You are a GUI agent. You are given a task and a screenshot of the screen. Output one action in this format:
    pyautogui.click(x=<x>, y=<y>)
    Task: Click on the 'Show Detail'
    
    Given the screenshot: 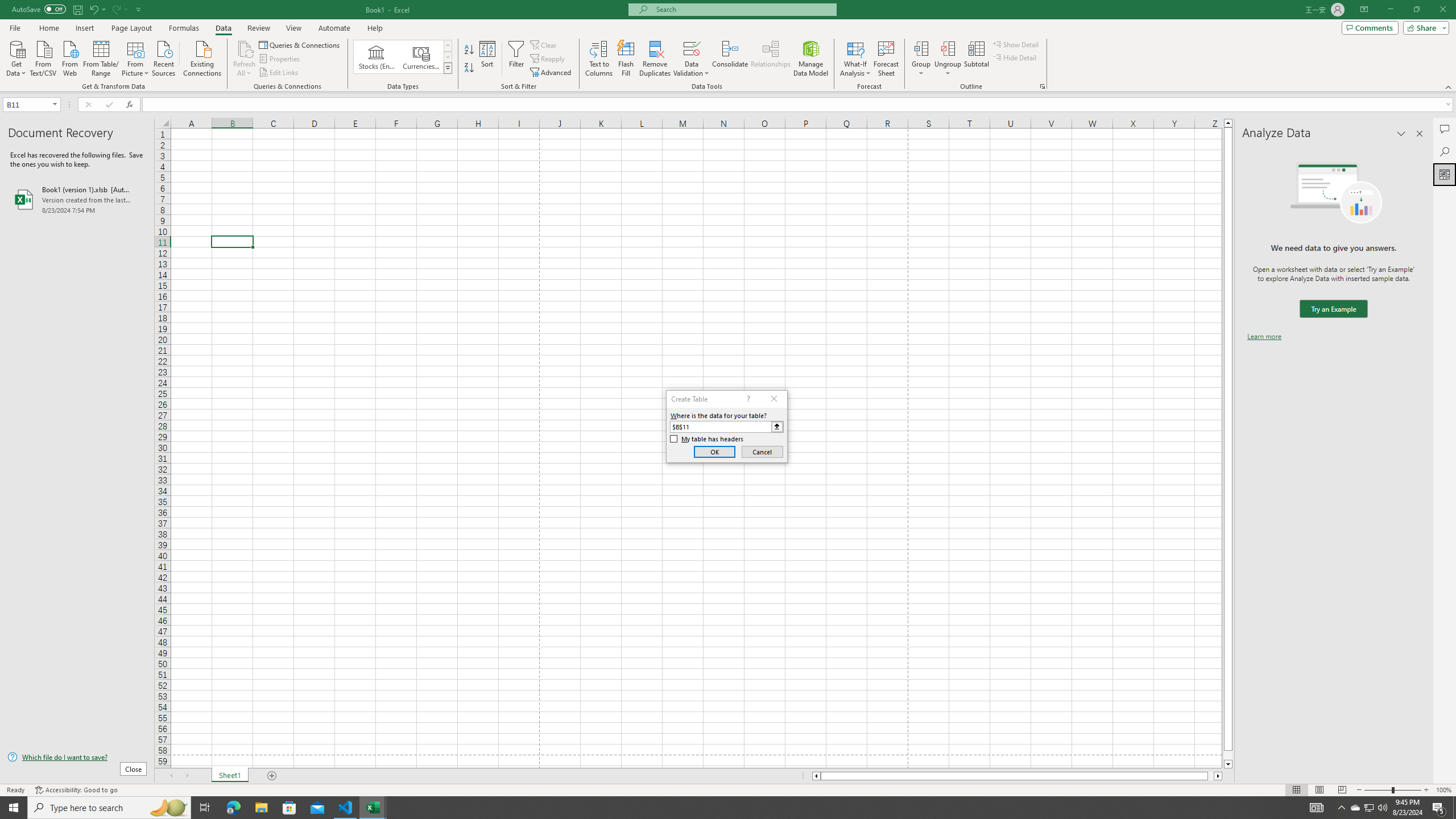 What is the action you would take?
    pyautogui.click(x=1015, y=44)
    